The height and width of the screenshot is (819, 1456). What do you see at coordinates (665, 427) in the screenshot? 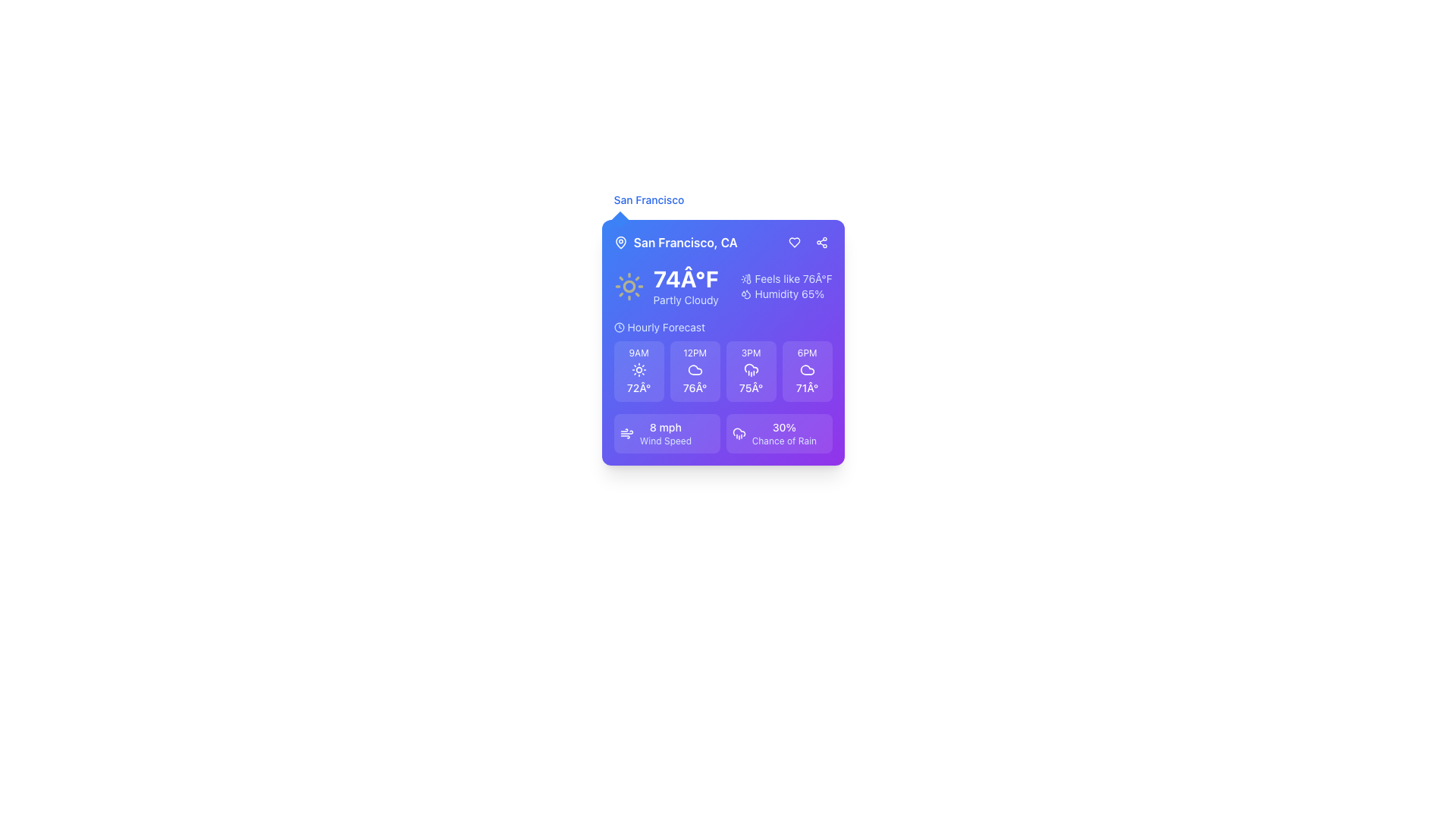
I see `the text label displaying '8 mph' located in the bottom left corner of the weather card interface, which is styled in a medium-sized font and is above the smaller label 'Wind Speed'` at bounding box center [665, 427].